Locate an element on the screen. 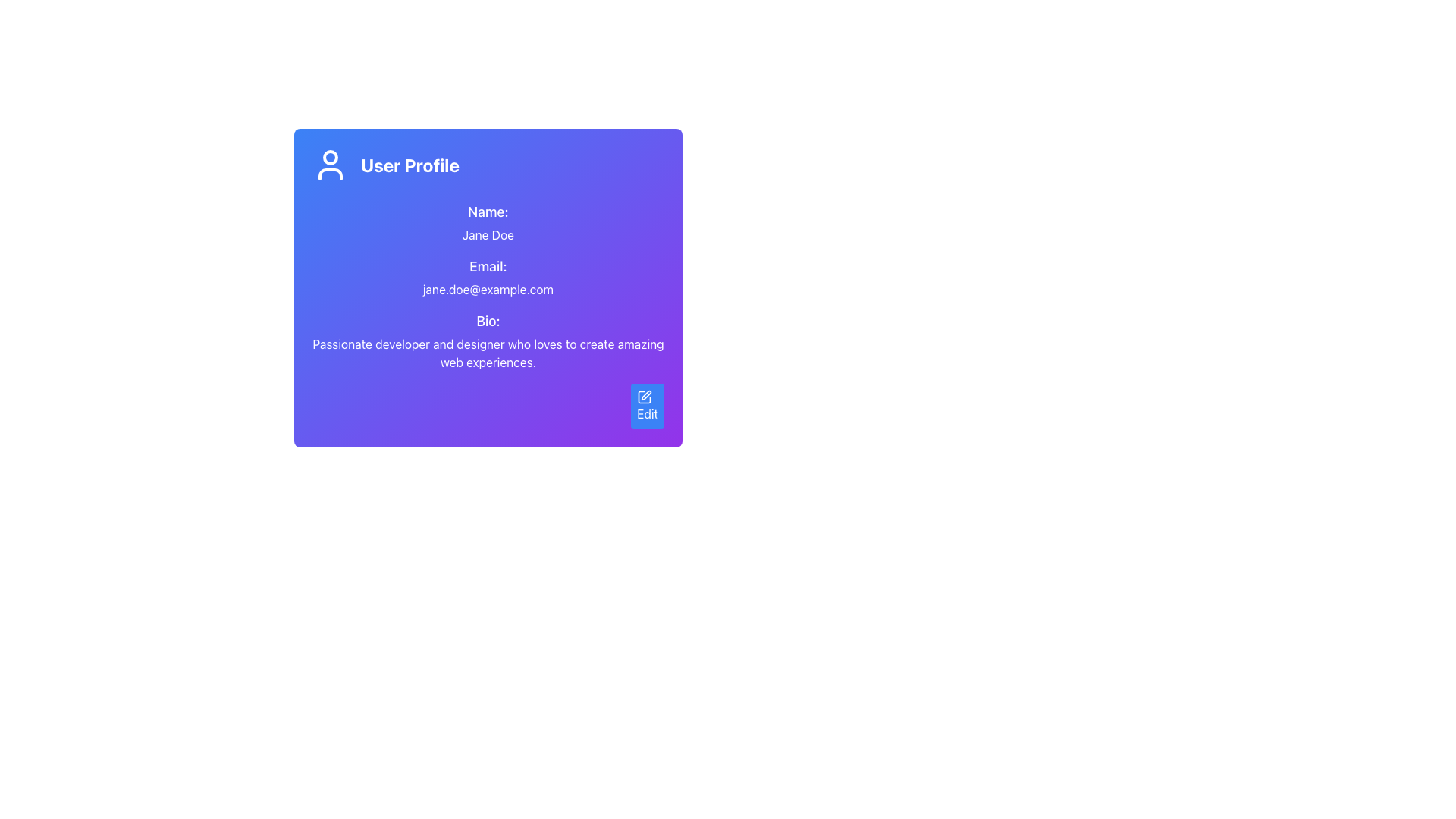 The height and width of the screenshot is (819, 1456). the 'edit' icon located inside the 'Edit' button at the bottom-right corner of the user profile card is located at coordinates (645, 397).